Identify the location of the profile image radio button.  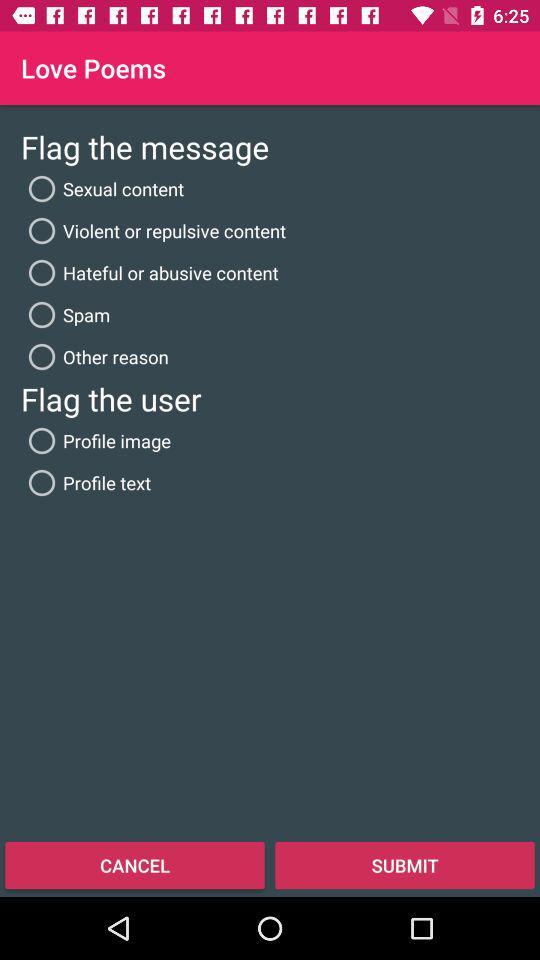
(95, 441).